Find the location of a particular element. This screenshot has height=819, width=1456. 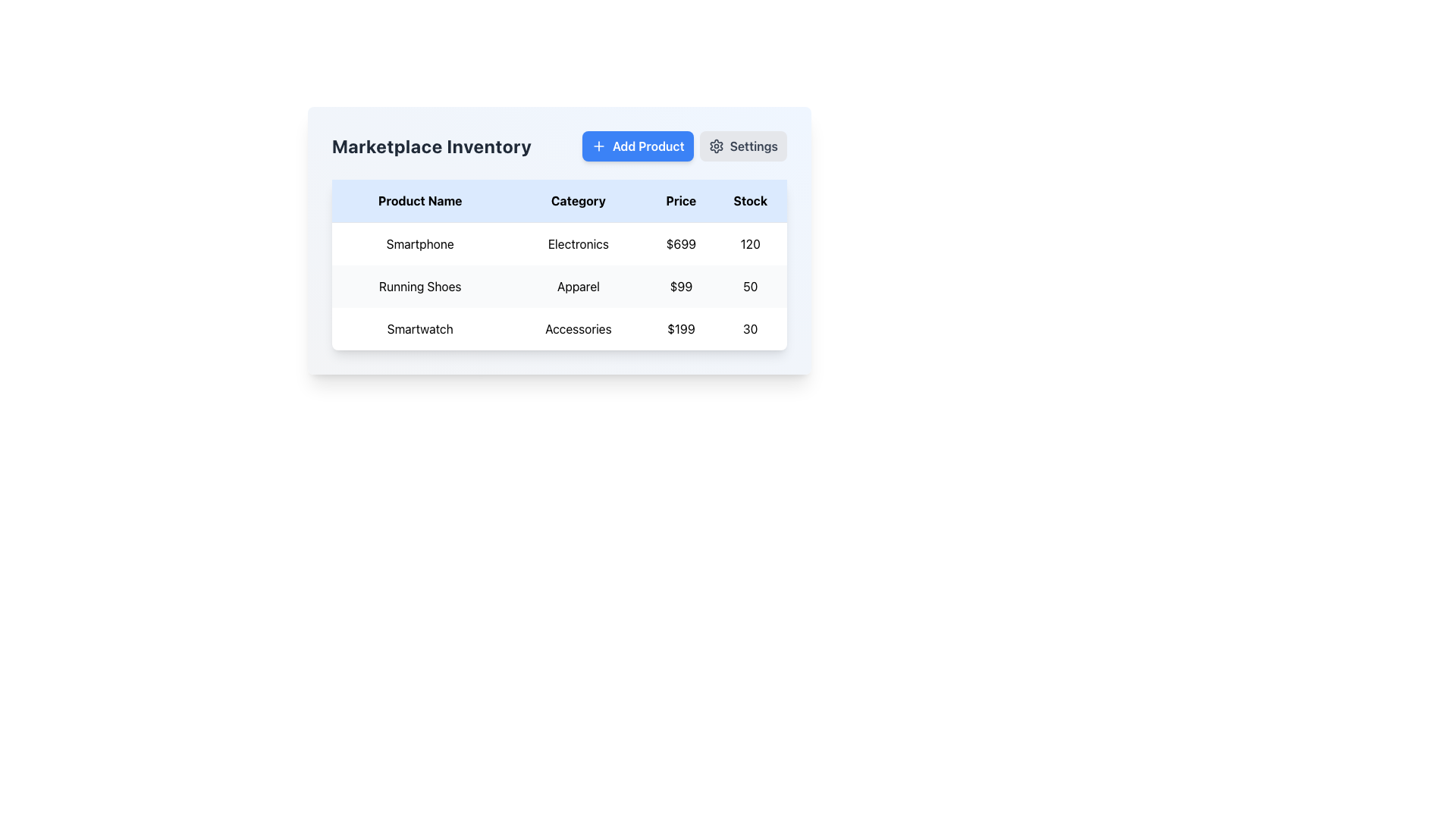

the text element displaying '30', which indicates the stock quantity for the product 'Smartwatch', located in the rightmost column of the table is located at coordinates (750, 328).